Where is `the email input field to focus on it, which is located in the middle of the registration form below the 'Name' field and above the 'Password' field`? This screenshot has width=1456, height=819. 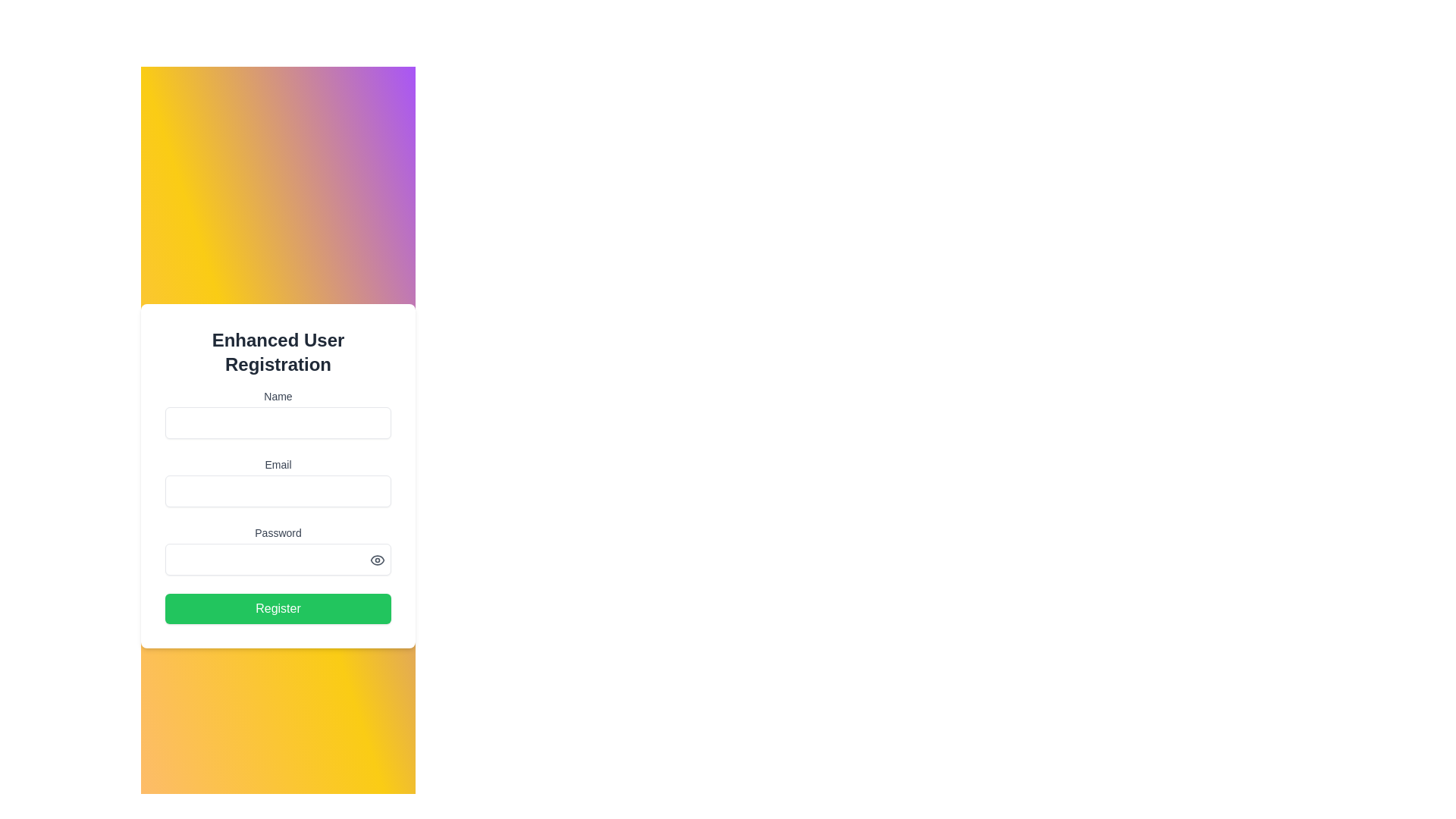 the email input field to focus on it, which is located in the middle of the registration form below the 'Name' field and above the 'Password' field is located at coordinates (278, 482).